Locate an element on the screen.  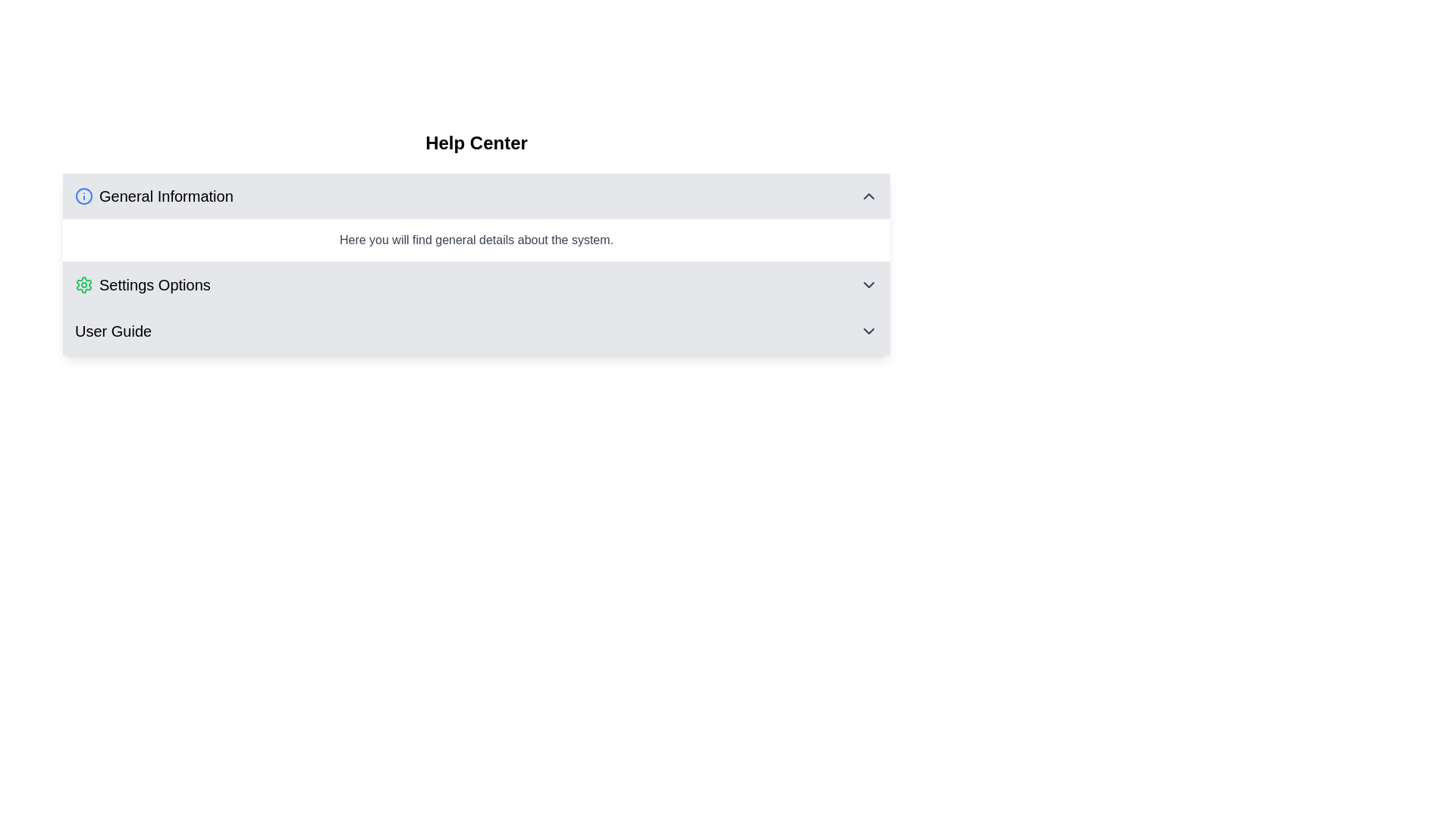
the 'General Information' text label with accompanying icon is located at coordinates (154, 195).